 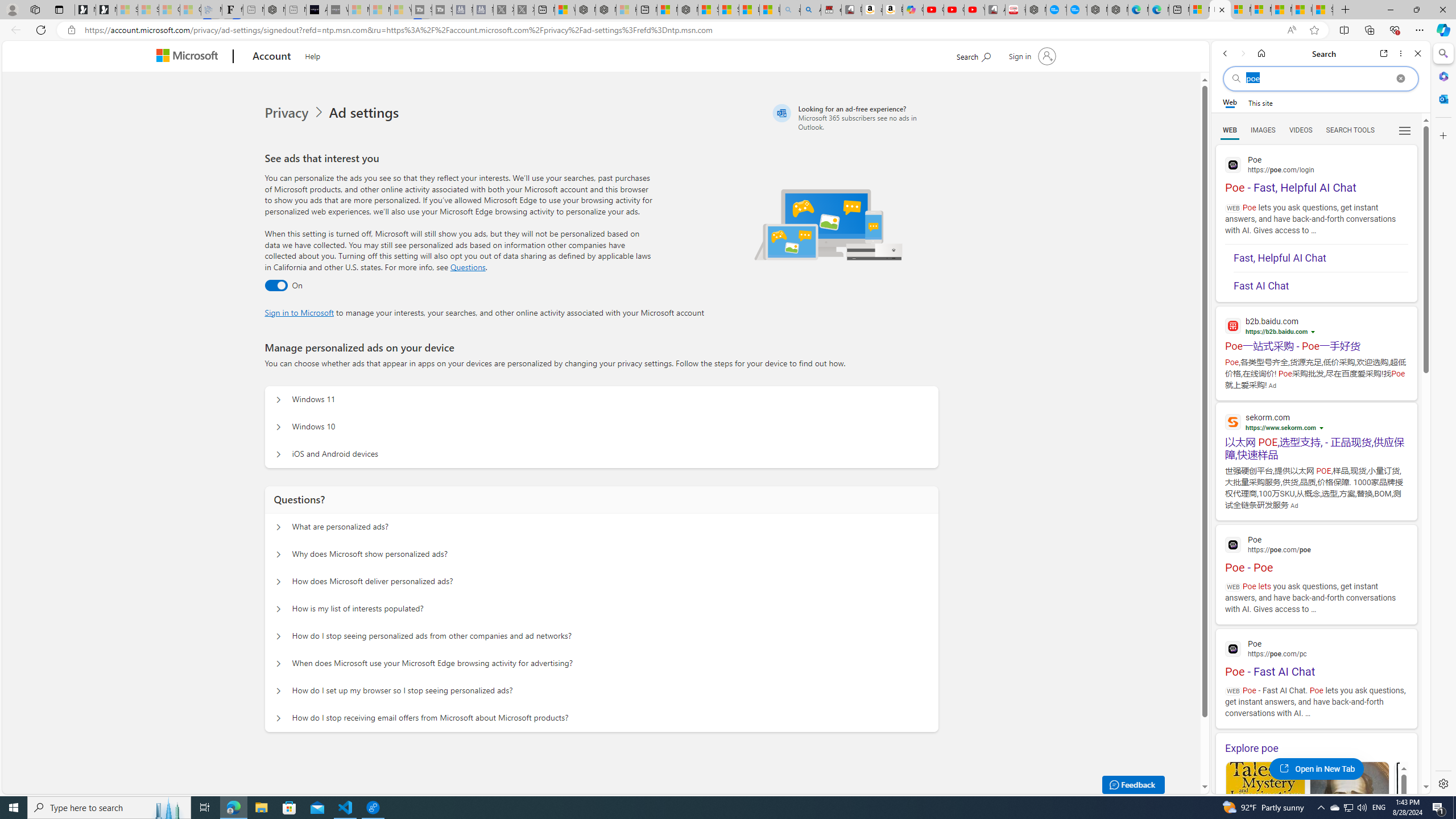 I want to click on 'Preferences', so click(x=1404, y=129).